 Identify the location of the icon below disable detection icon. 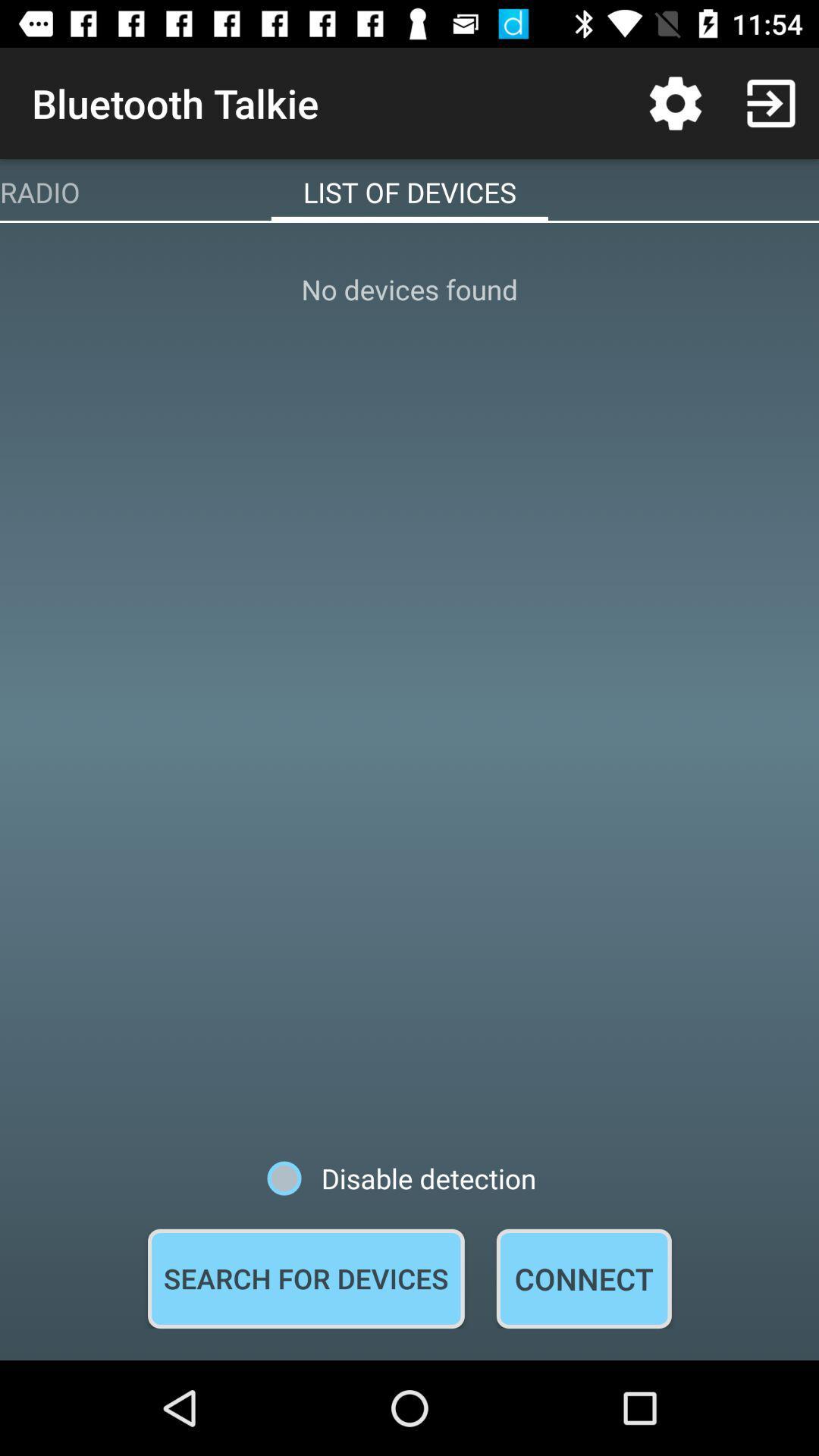
(306, 1278).